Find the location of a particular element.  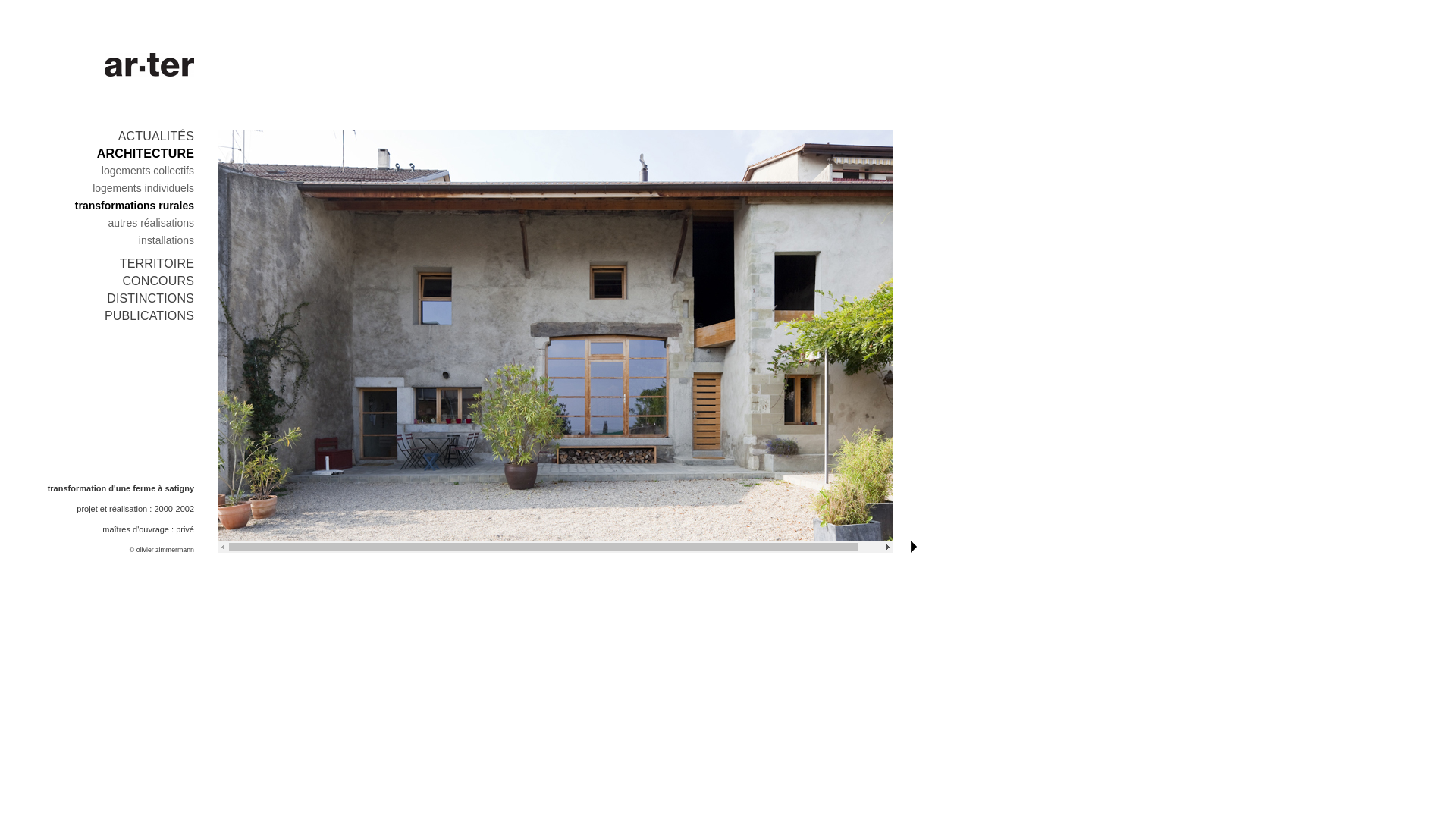

'logements collectifs' is located at coordinates (101, 170).